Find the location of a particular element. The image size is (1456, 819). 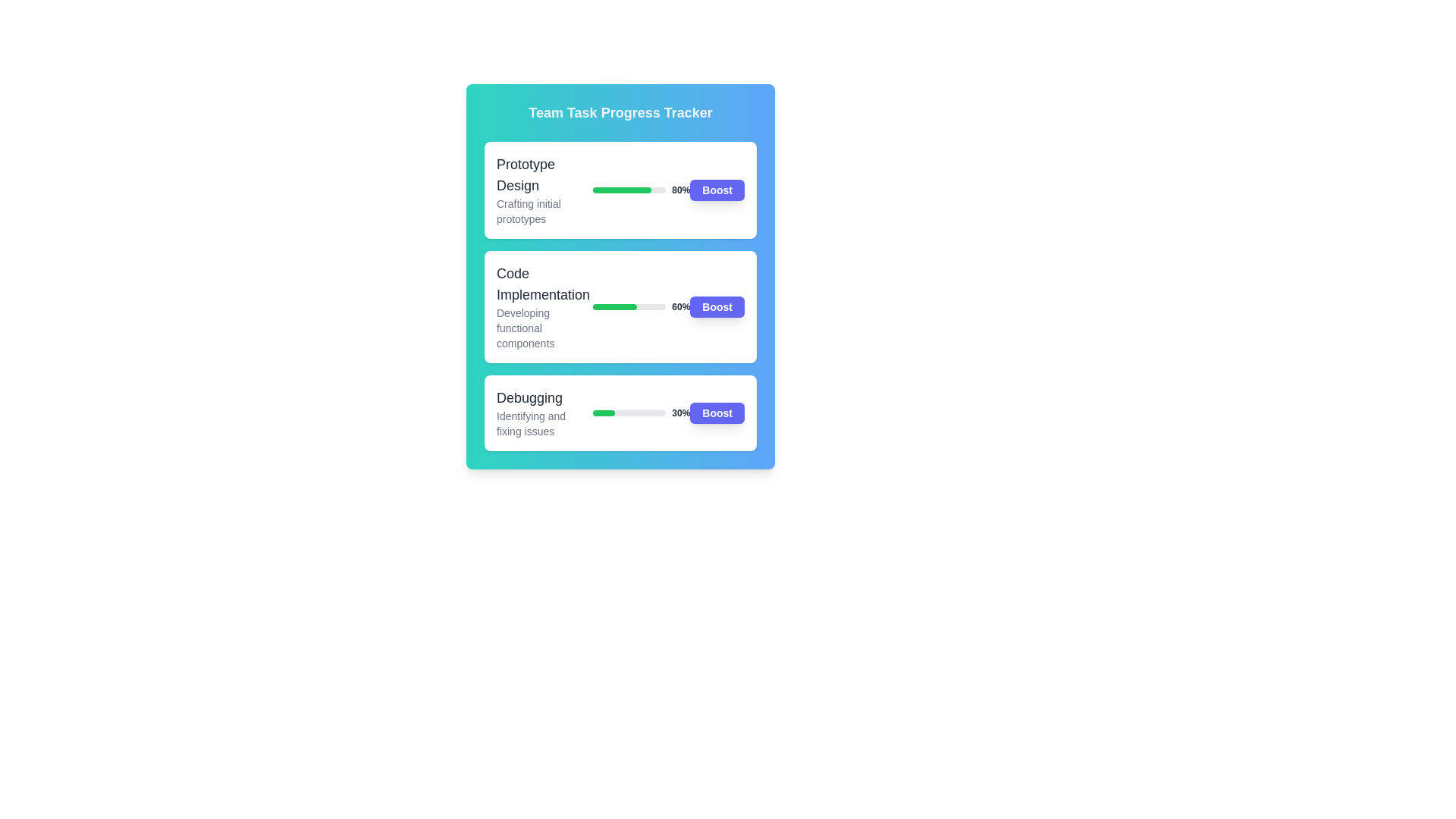

the text label that serves as the title for the 'Code Implementation' task section in the progress tracker, located directly above the text 'Developing functional components' is located at coordinates (544, 284).